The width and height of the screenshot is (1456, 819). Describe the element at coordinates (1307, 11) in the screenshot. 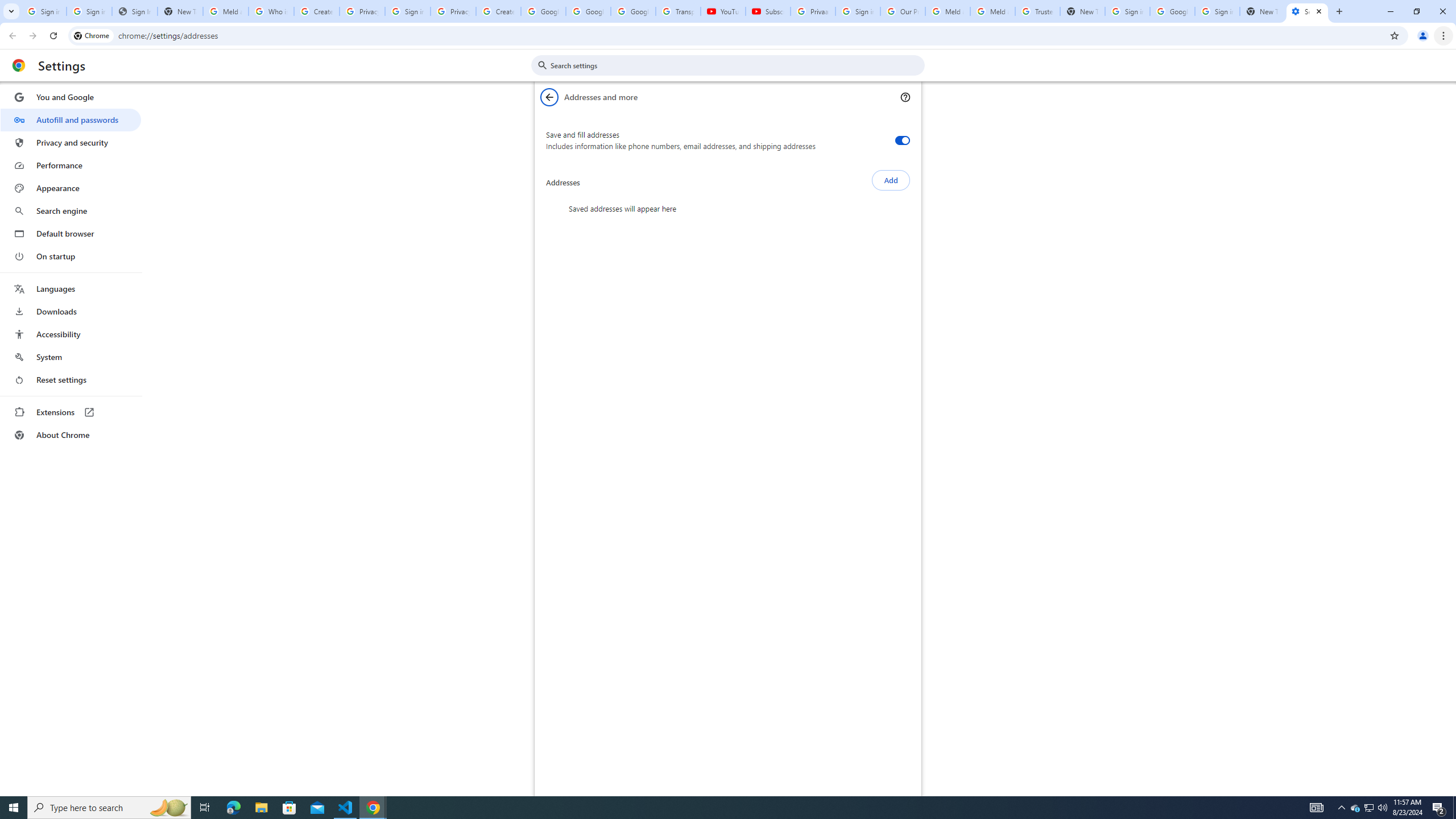

I see `'Settings - Addresses and more'` at that location.